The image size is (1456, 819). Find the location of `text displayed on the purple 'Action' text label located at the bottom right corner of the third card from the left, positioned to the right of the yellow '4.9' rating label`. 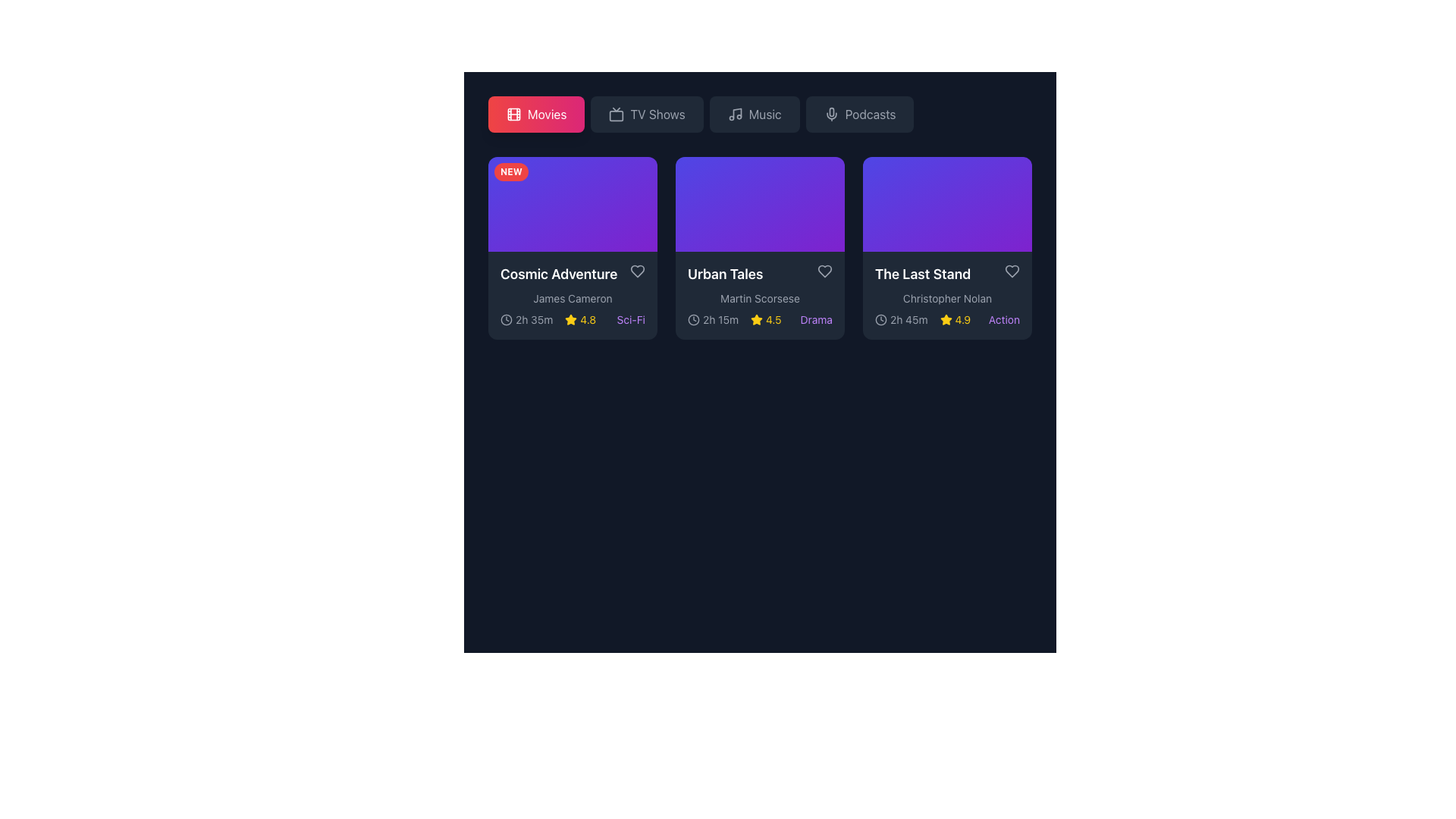

text displayed on the purple 'Action' text label located at the bottom right corner of the third card from the left, positioned to the right of the yellow '4.9' rating label is located at coordinates (1004, 319).